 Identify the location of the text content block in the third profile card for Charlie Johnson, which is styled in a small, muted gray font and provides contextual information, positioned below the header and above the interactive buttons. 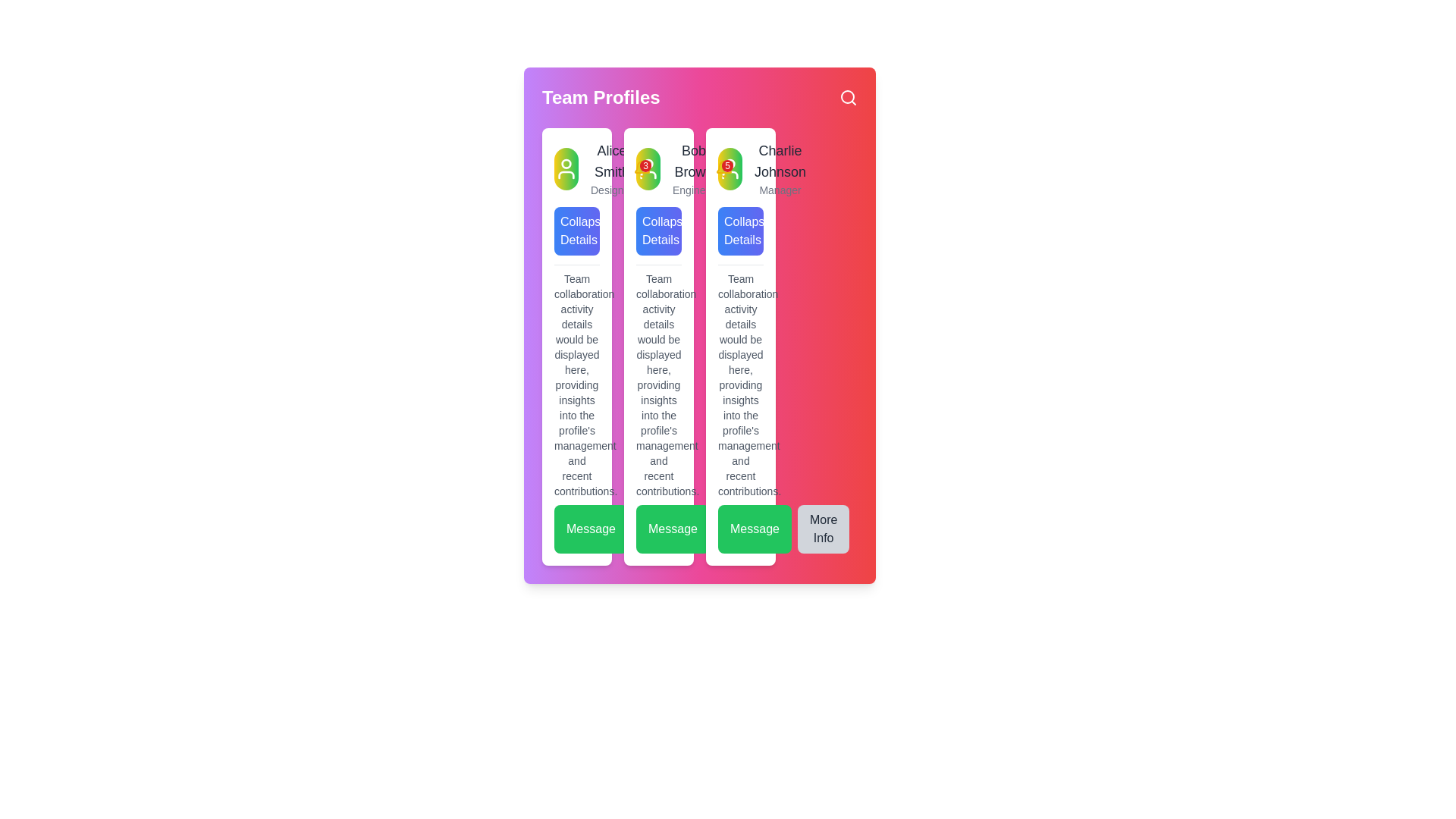
(741, 408).